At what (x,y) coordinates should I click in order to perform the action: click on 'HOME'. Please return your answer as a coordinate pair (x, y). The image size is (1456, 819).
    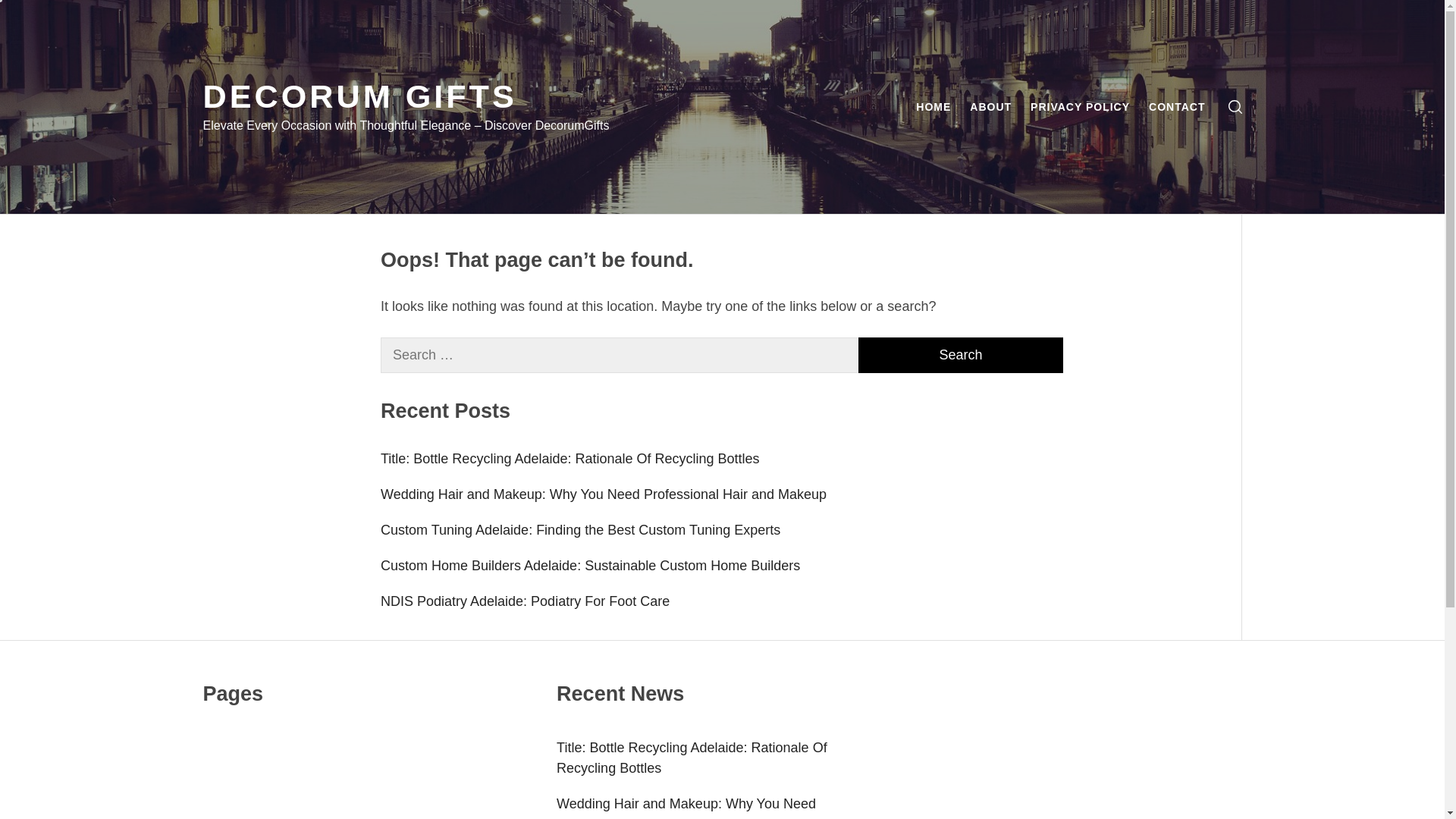
    Looking at the image, I should click on (932, 106).